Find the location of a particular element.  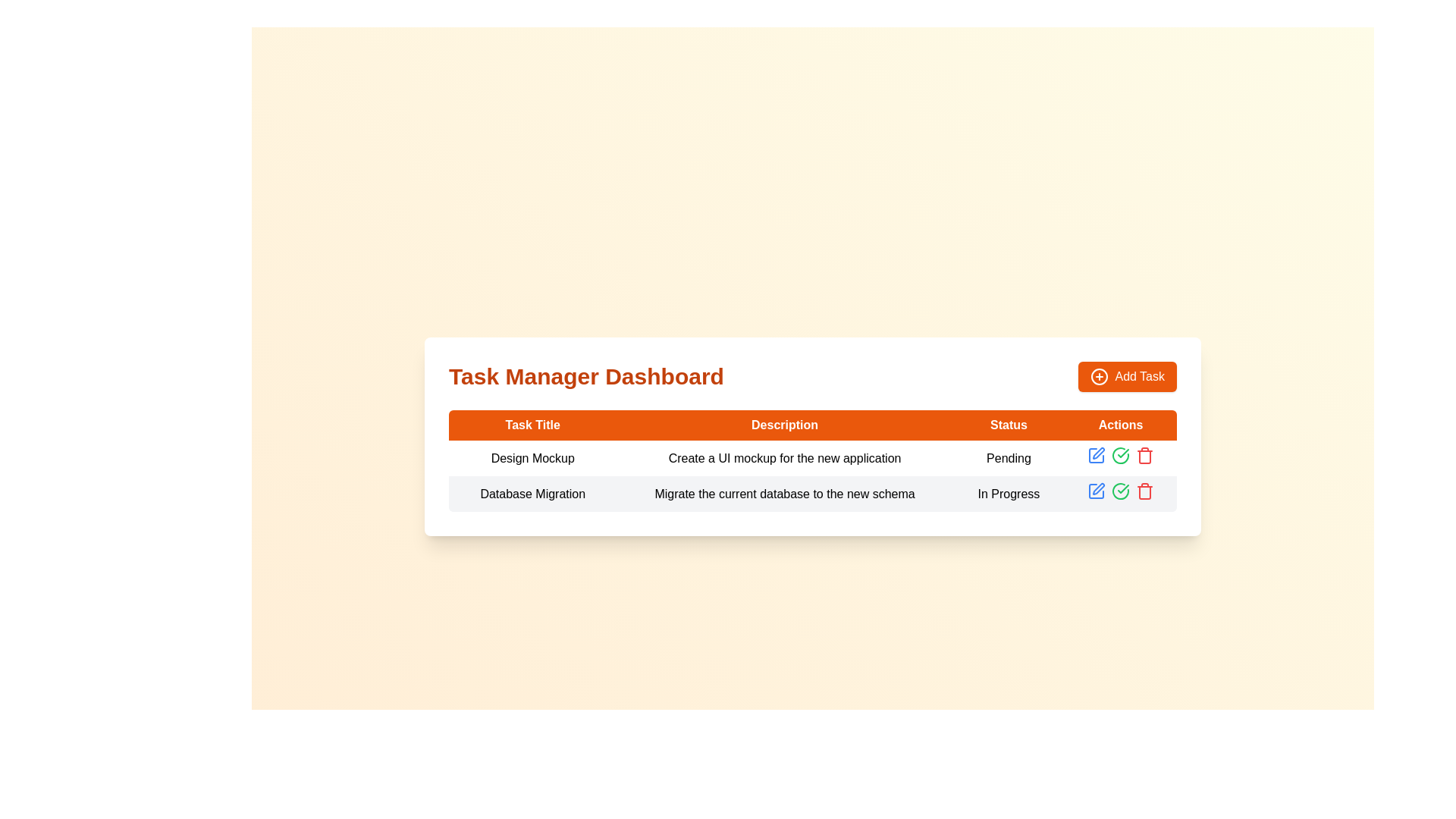

the second row in the task table displaying details for the task titled 'Design Mockup' is located at coordinates (811, 494).